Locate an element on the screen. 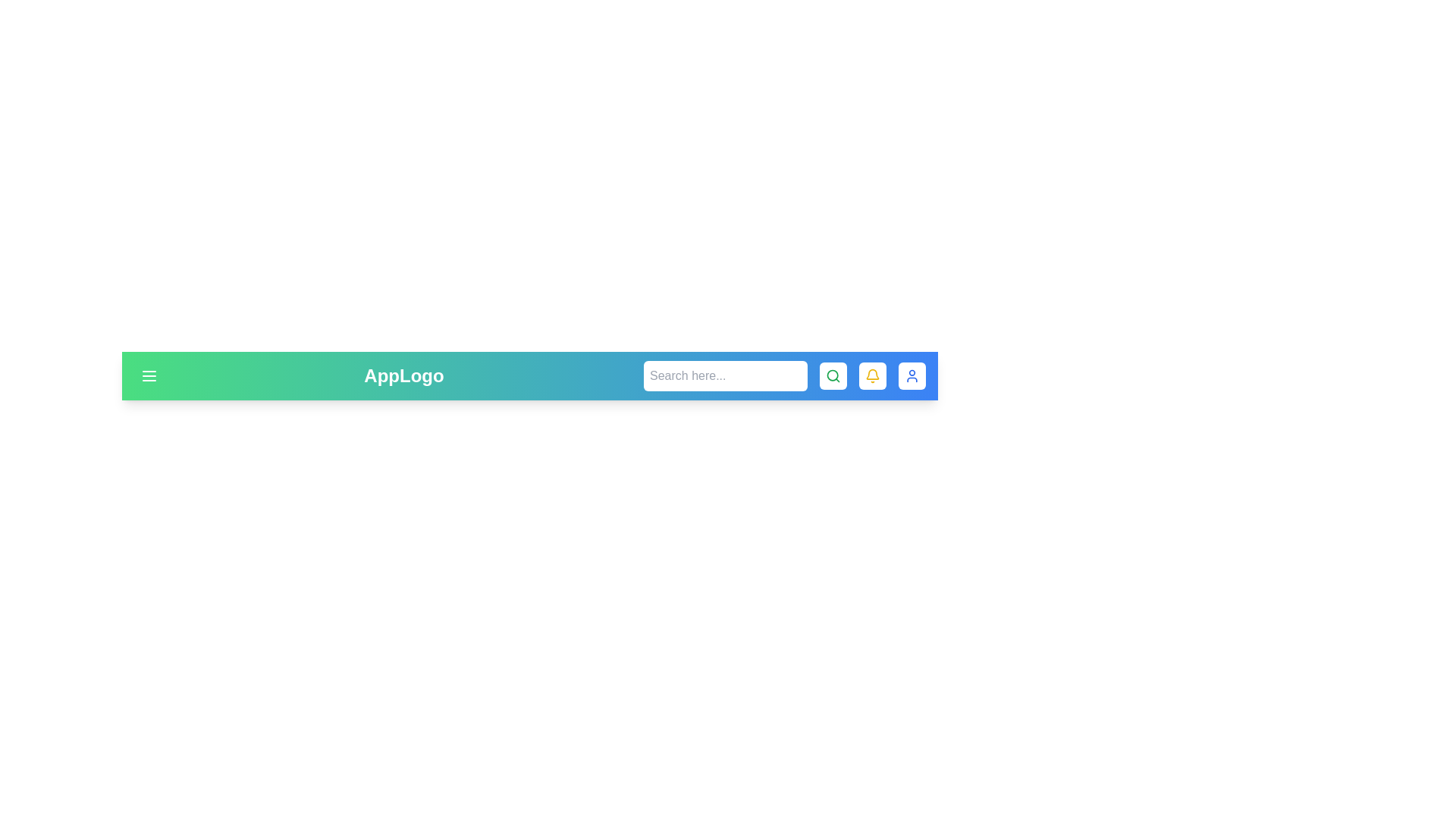 The image size is (1456, 819). the notification icon to view notifications is located at coordinates (873, 375).